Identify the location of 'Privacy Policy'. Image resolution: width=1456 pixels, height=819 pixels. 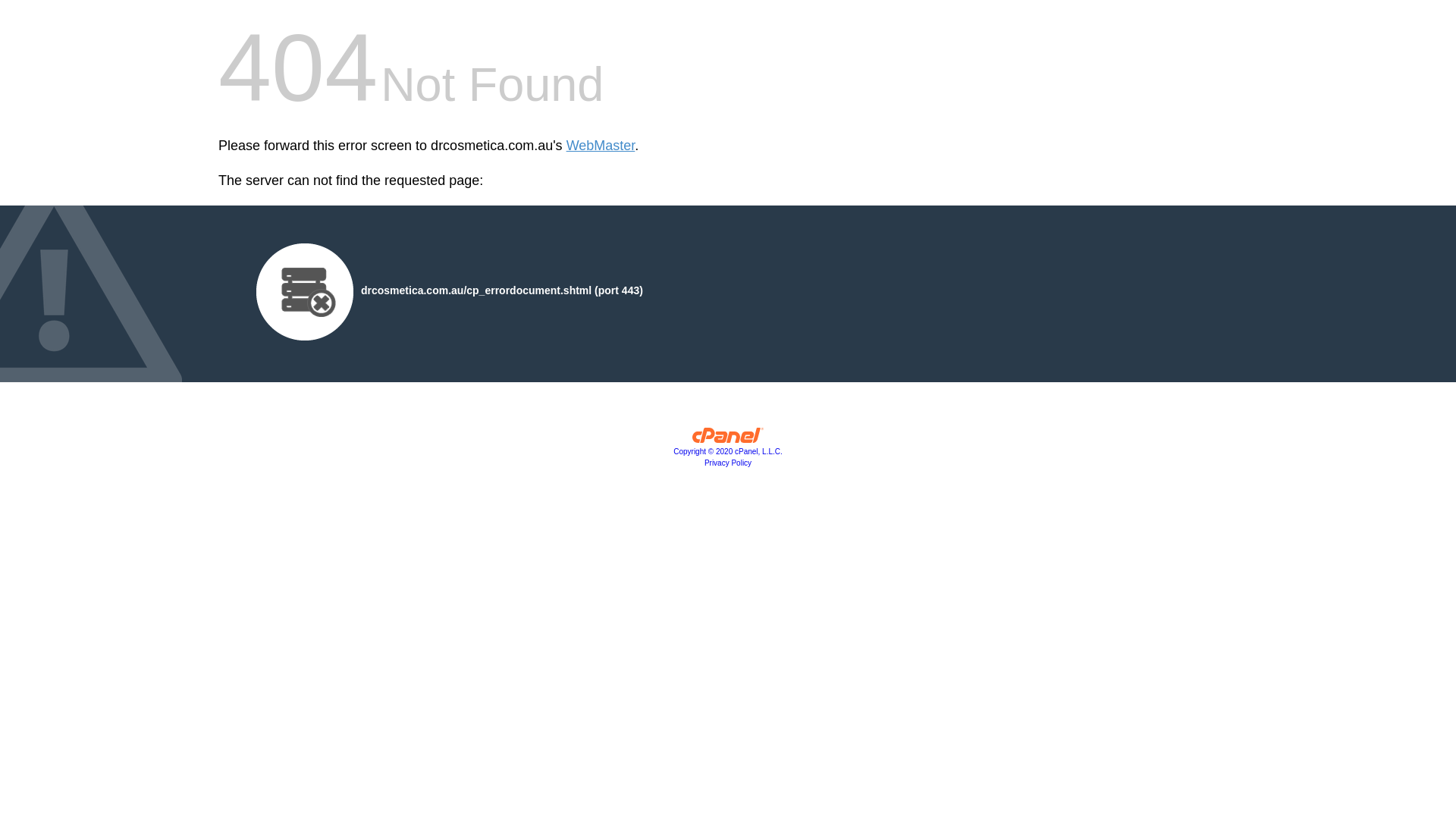
(728, 462).